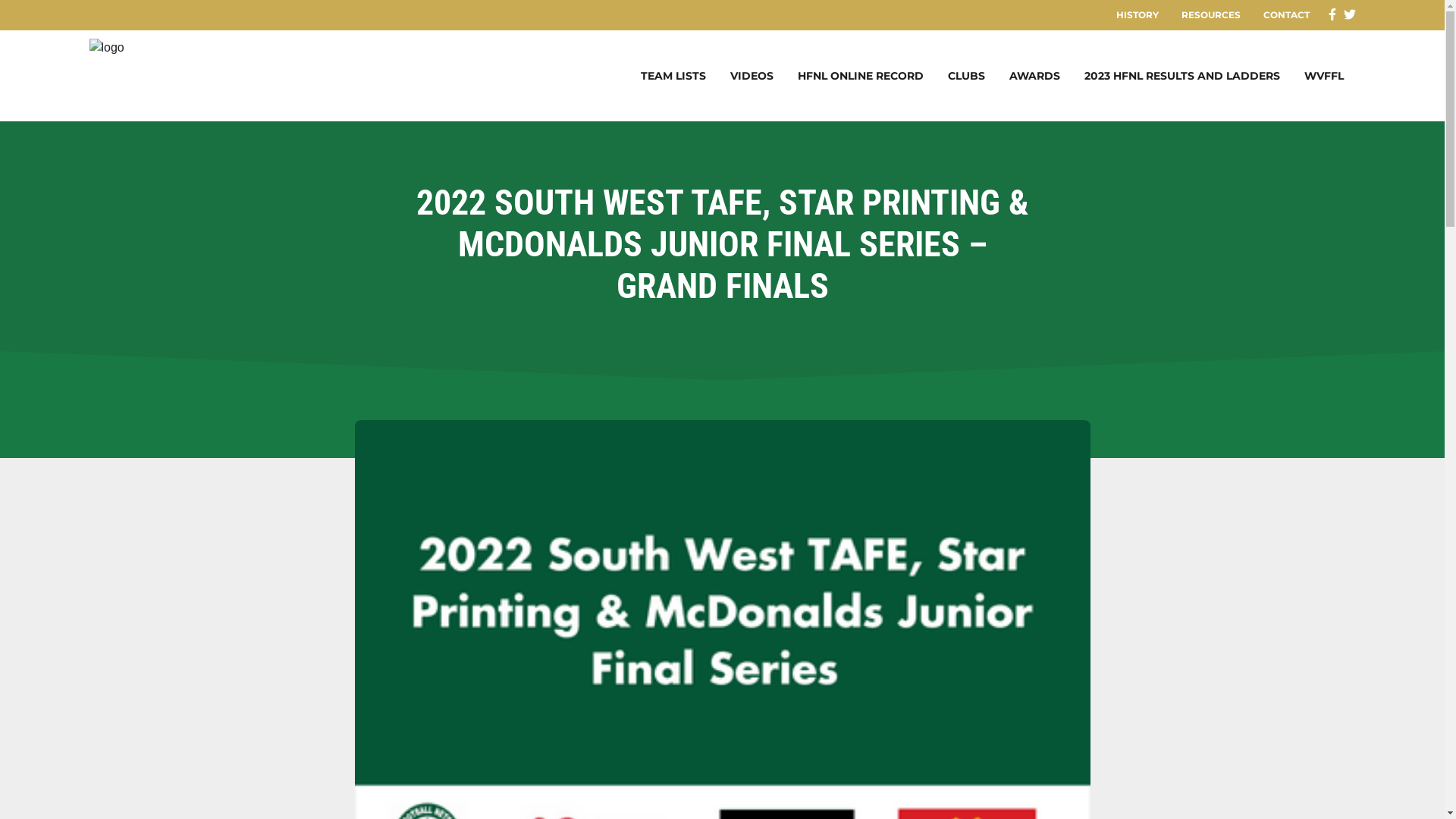 This screenshot has width=1456, height=819. What do you see at coordinates (1181, 76) in the screenshot?
I see `'2023 HFNL RESULTS AND LADDERS'` at bounding box center [1181, 76].